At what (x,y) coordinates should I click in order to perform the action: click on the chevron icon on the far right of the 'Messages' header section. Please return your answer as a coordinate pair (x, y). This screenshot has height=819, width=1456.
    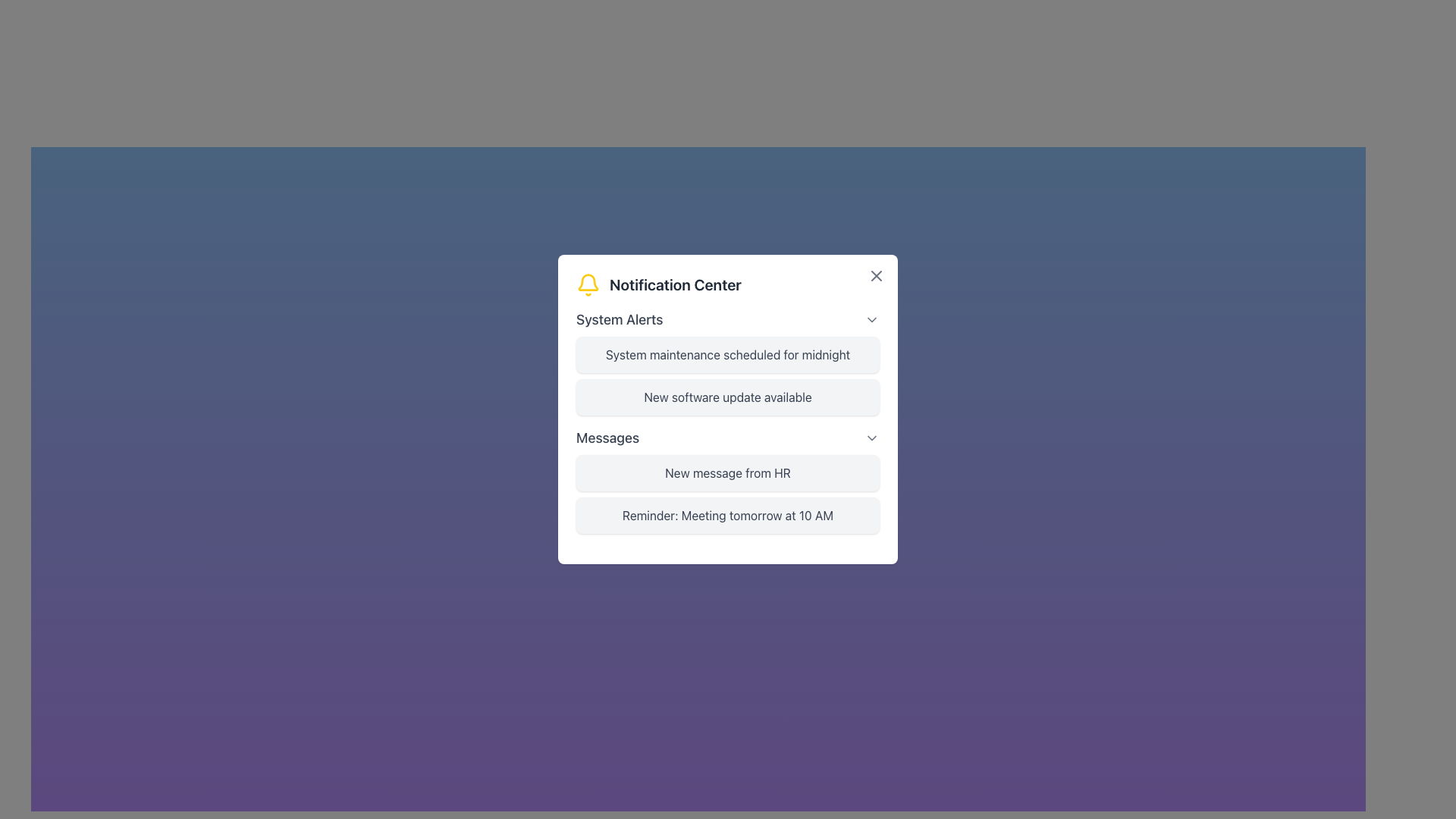
    Looking at the image, I should click on (872, 438).